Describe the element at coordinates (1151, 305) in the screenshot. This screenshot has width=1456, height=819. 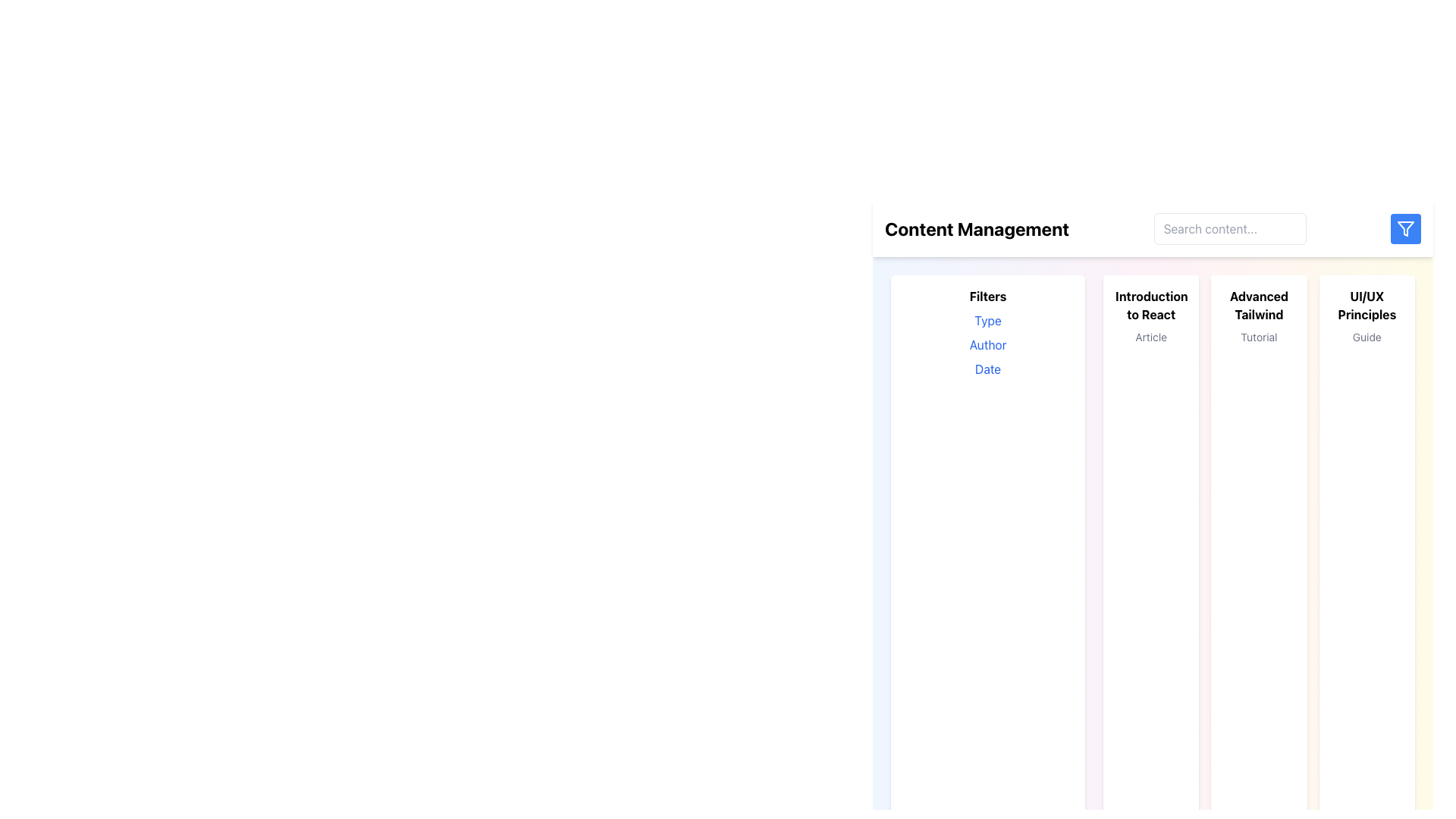
I see `bold textual header displaying 'Introduction to React' located within a white card-like region under the 'Content Management' header` at that location.